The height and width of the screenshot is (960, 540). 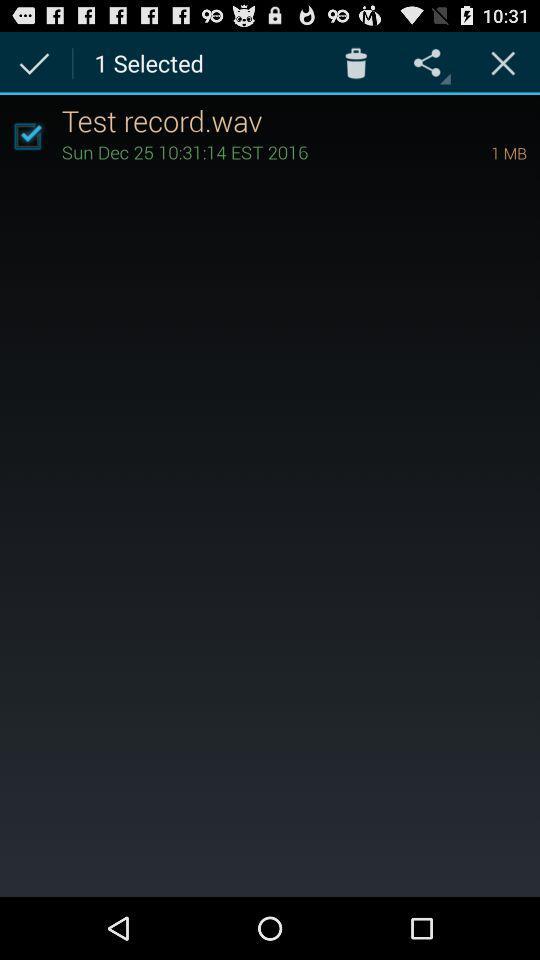 I want to click on the app below the test record.wav, so click(x=480, y=151).